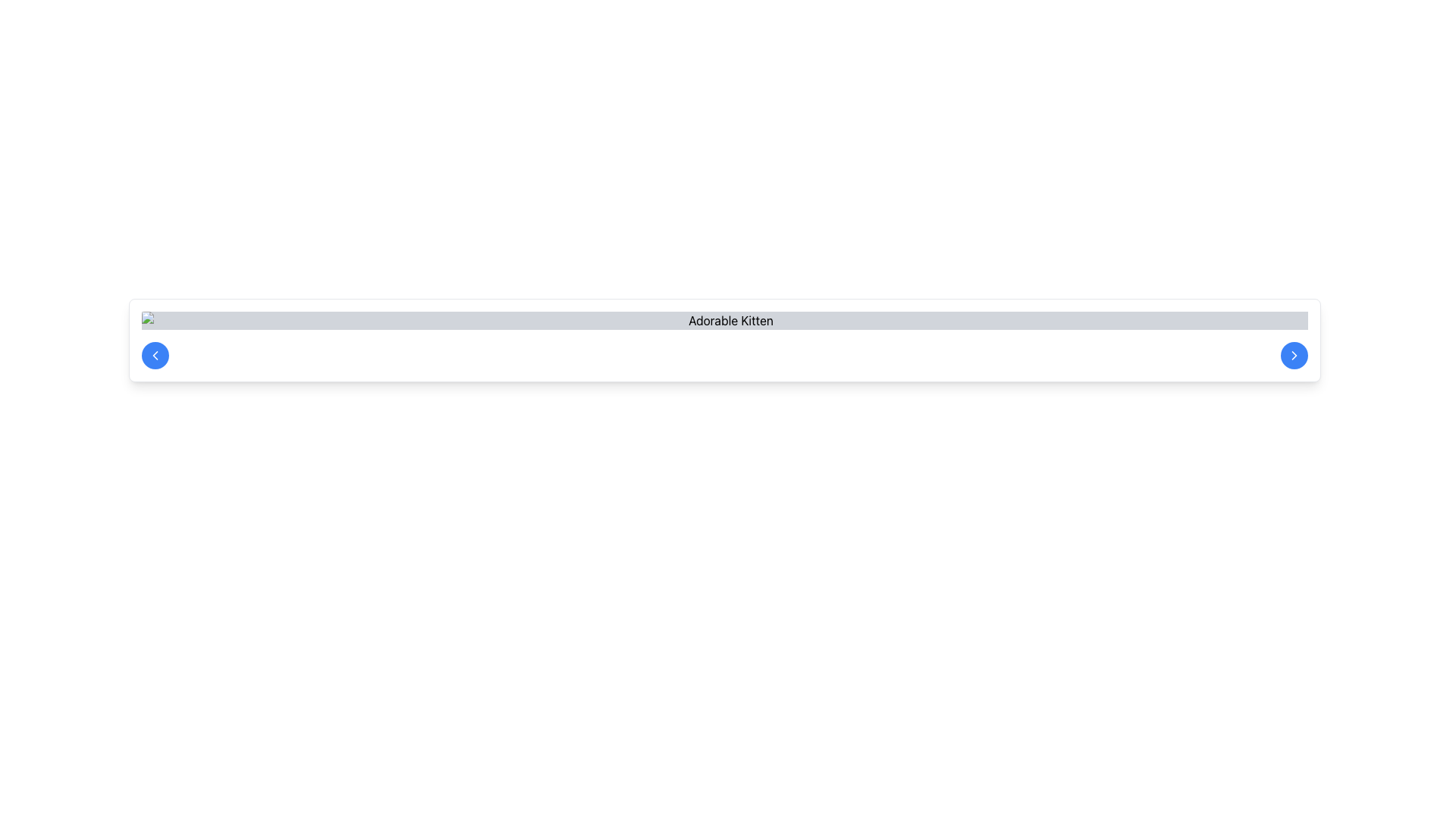 The image size is (1456, 819). I want to click on the circular blue button with a white leftward chevron arrow, so click(155, 356).